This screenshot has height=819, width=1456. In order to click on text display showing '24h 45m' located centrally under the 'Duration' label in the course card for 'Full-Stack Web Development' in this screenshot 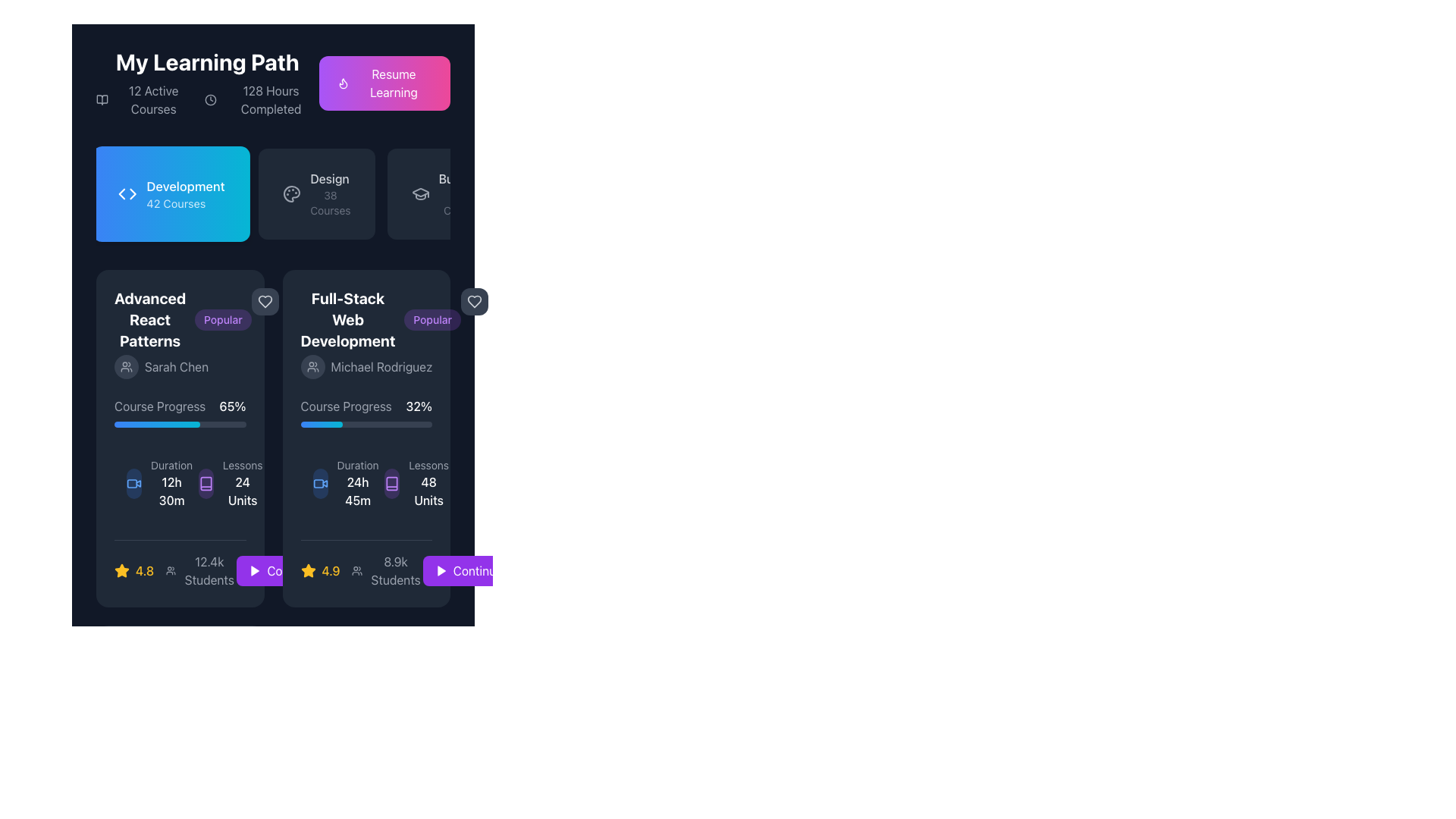, I will do `click(357, 491)`.